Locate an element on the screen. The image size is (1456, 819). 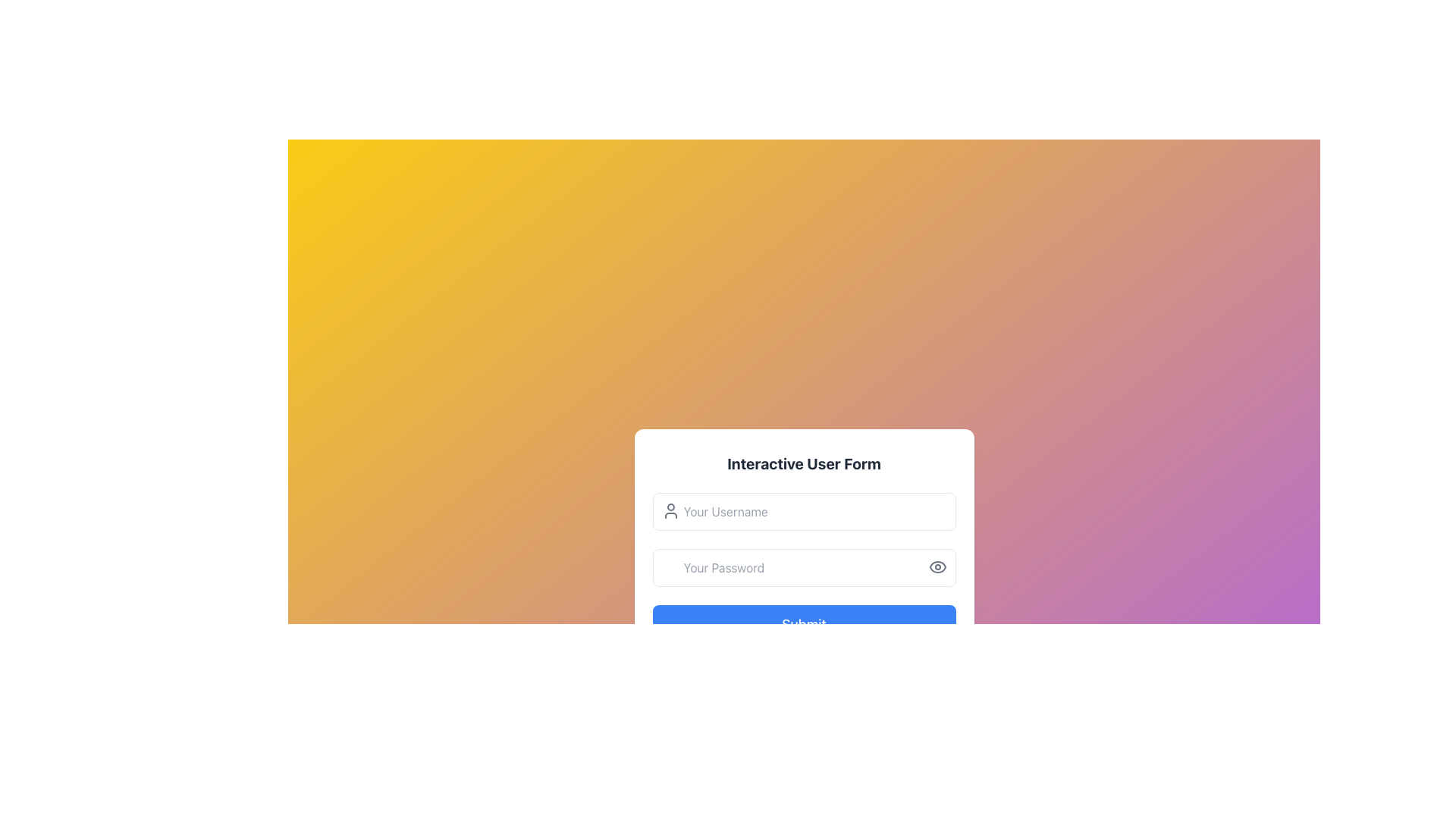
the Password input field located below the 'Your Username' field, allowing for secure password entry is located at coordinates (803, 567).